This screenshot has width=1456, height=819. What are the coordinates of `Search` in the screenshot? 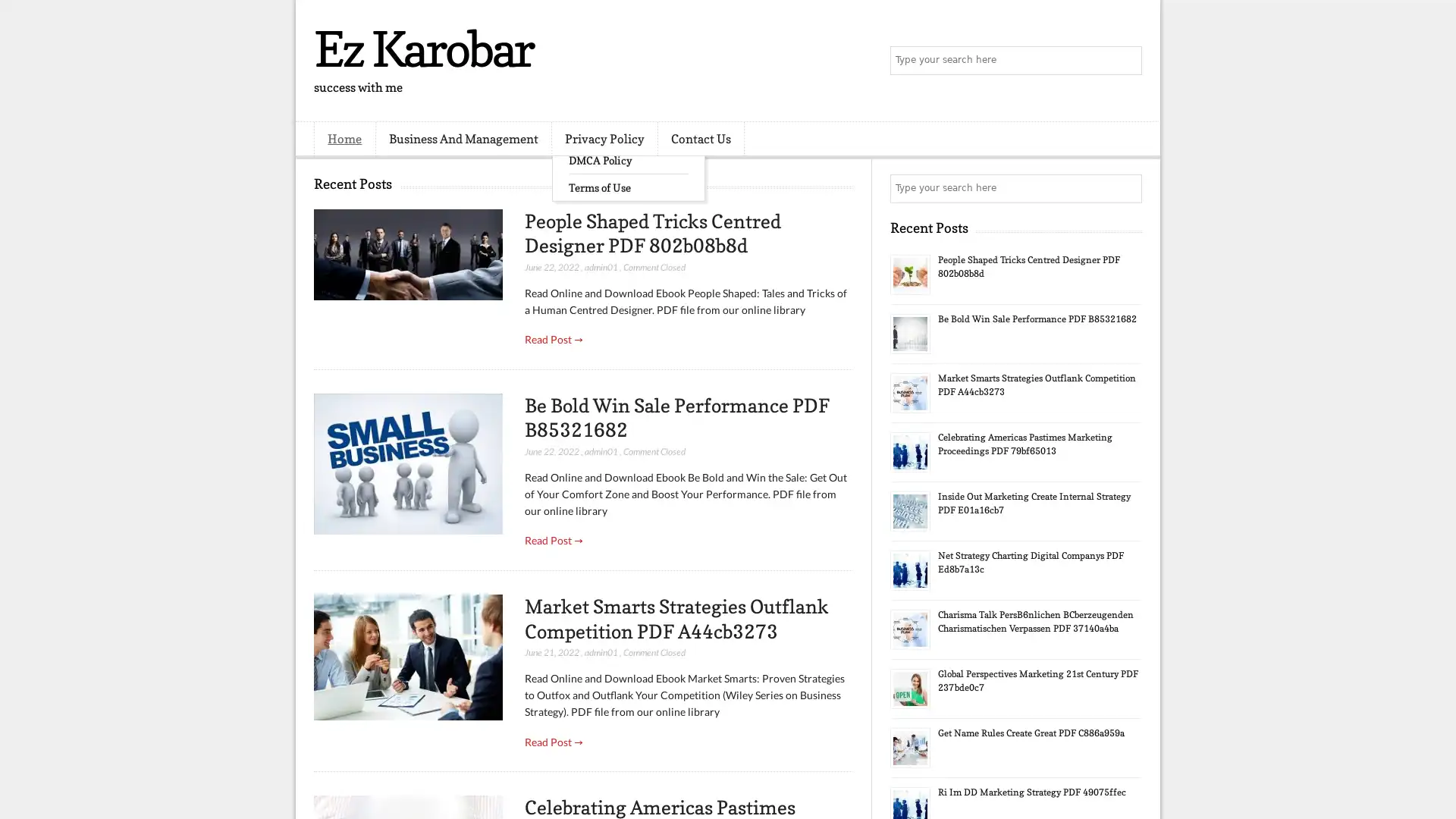 It's located at (1126, 188).